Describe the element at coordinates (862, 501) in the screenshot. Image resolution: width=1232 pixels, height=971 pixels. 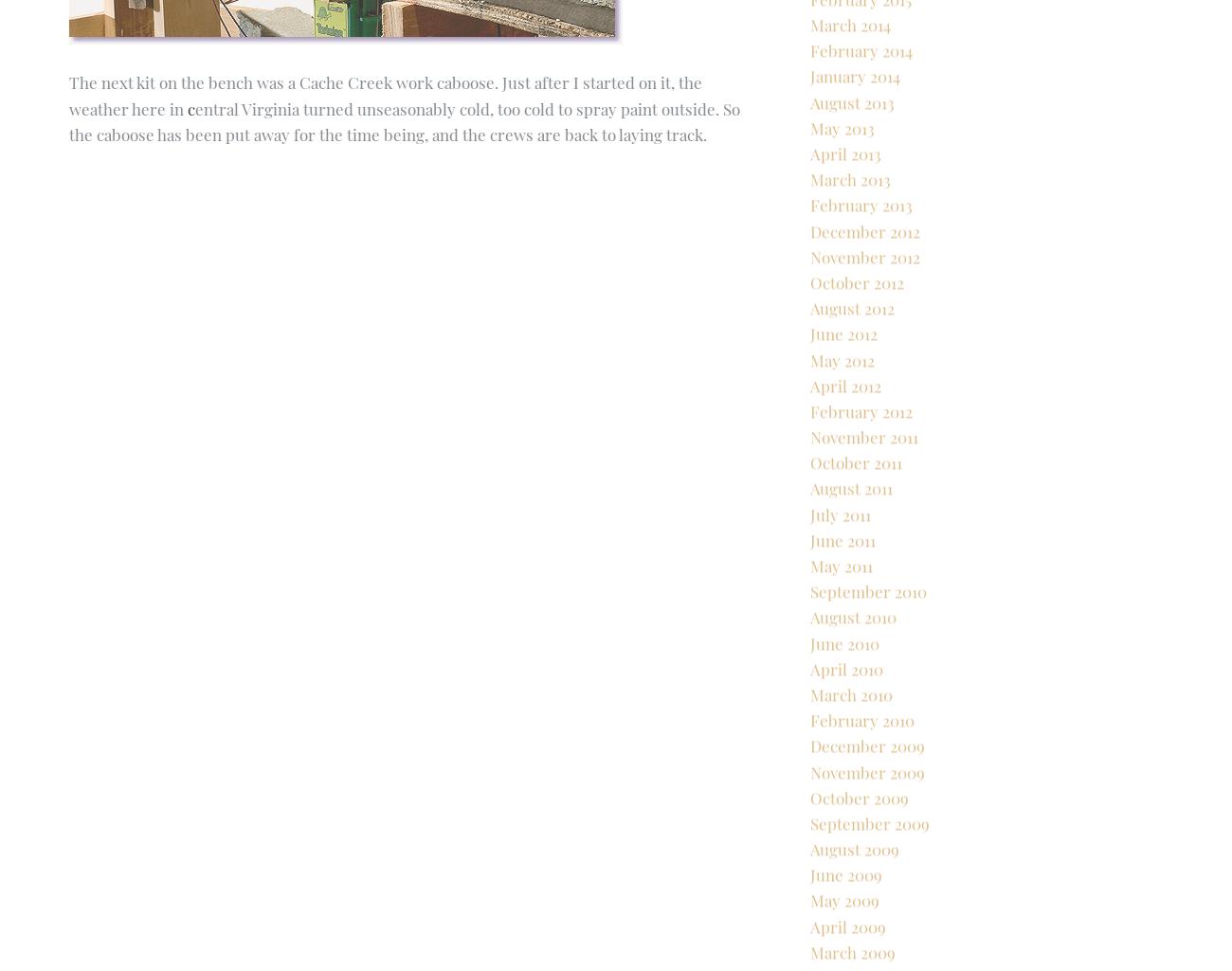
I see `'November 2011'` at that location.